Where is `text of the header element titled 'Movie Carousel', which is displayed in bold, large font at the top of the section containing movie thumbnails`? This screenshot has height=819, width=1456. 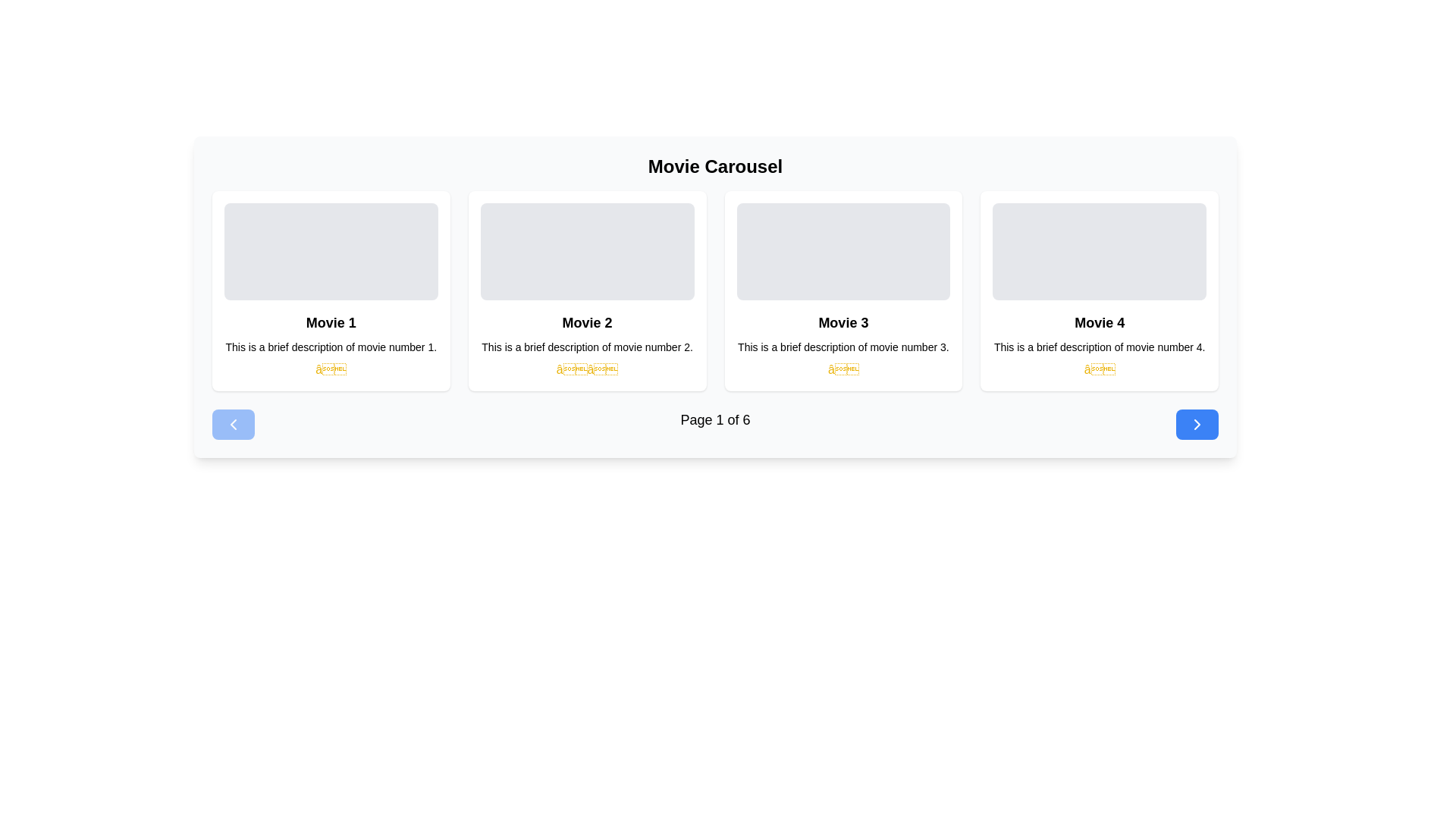
text of the header element titled 'Movie Carousel', which is displayed in bold, large font at the top of the section containing movie thumbnails is located at coordinates (714, 166).